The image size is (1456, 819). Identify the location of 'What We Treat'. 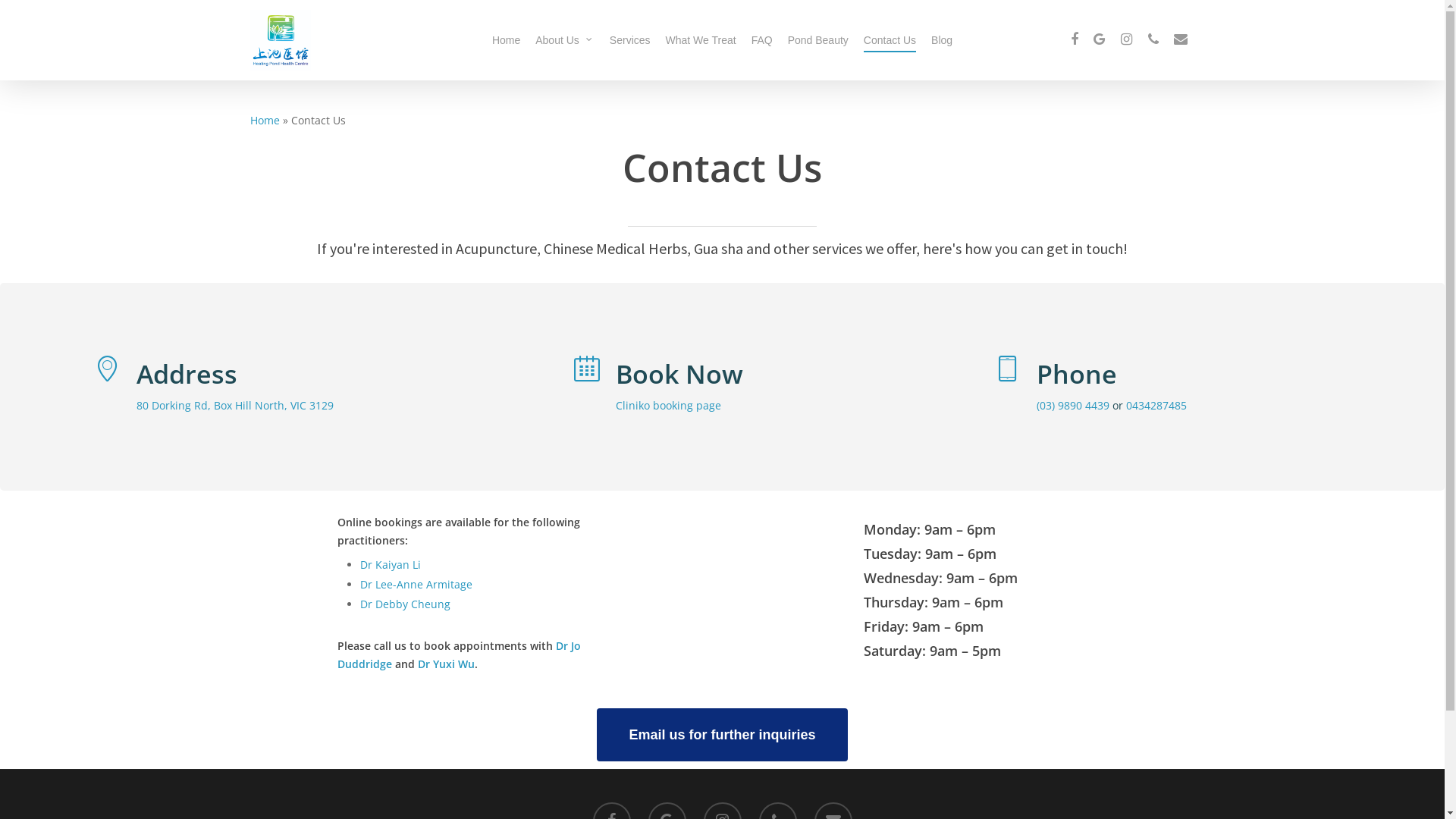
(666, 39).